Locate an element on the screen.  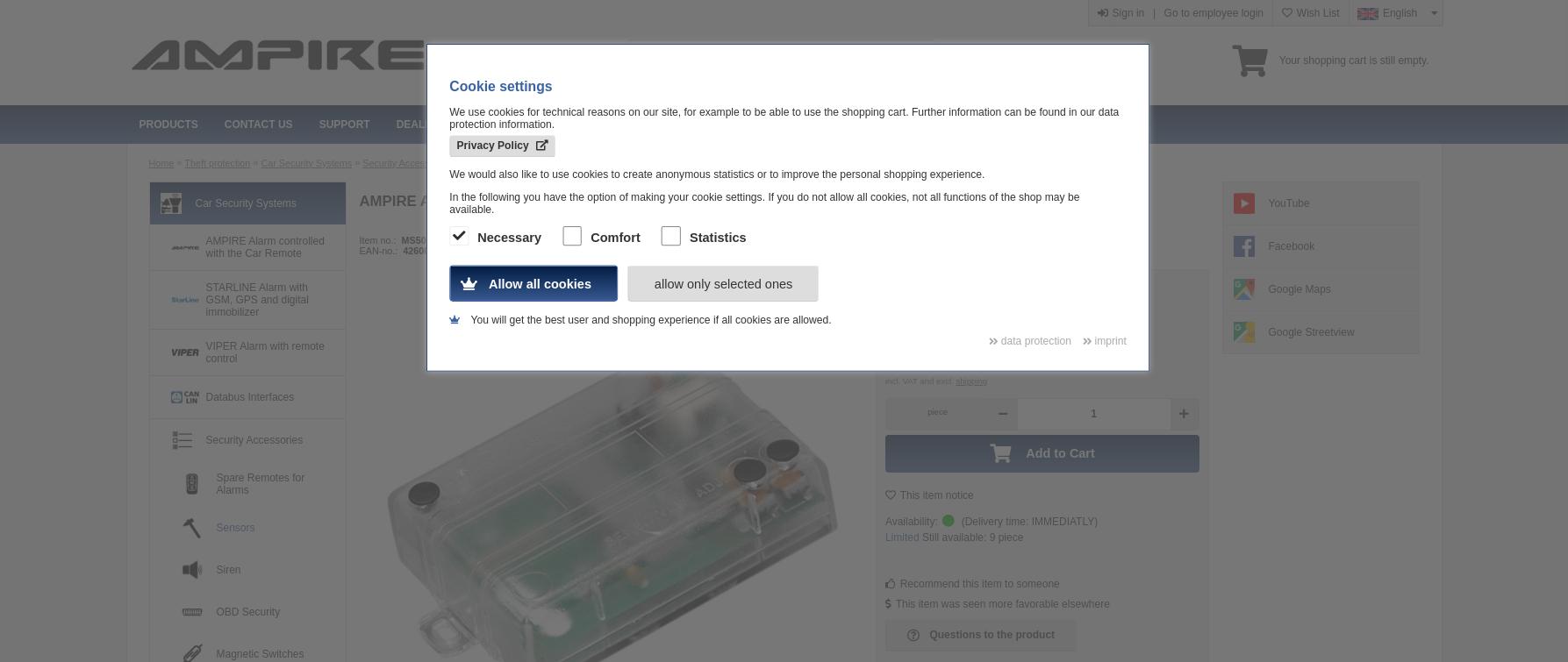
'English' is located at coordinates (1382, 13).